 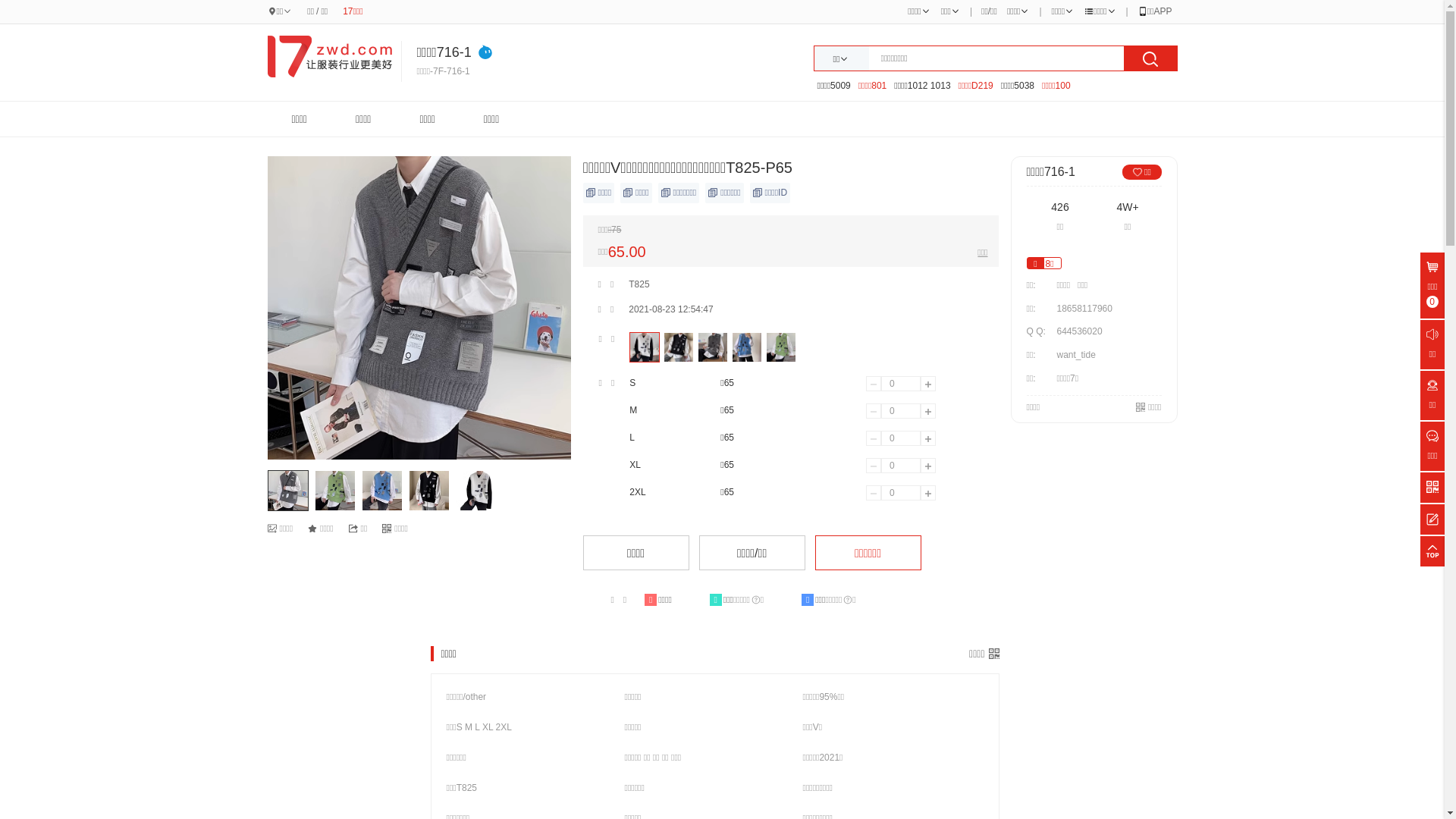 What do you see at coordinates (1051, 354) in the screenshot?
I see `'want_tide'` at bounding box center [1051, 354].